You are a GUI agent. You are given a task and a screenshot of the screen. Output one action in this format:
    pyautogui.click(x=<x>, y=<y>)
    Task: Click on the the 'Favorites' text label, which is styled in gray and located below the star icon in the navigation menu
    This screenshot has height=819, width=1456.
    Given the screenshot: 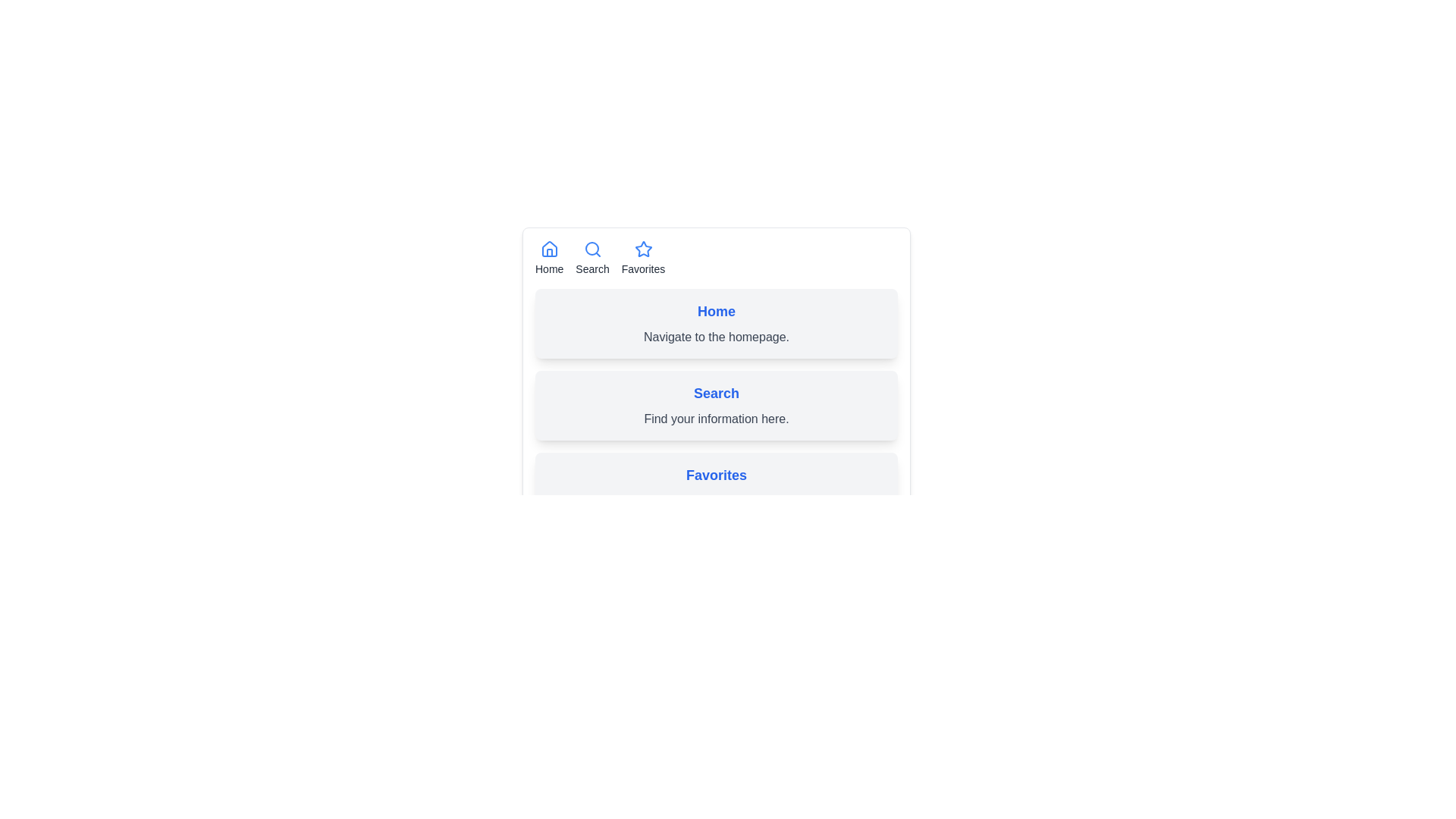 What is the action you would take?
    pyautogui.click(x=643, y=268)
    